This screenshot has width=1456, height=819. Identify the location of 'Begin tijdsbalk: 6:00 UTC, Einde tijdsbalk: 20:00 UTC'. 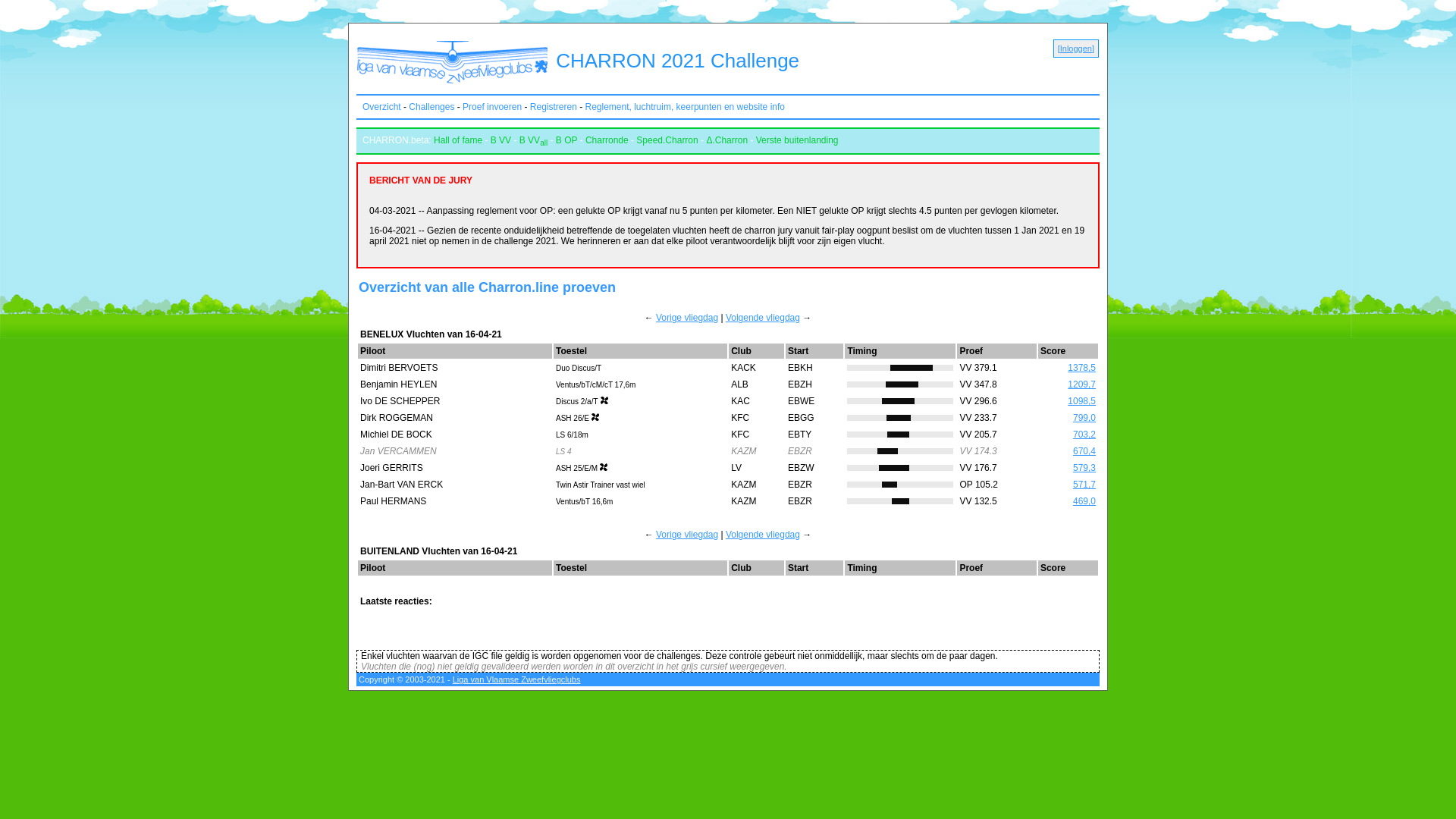
(899, 500).